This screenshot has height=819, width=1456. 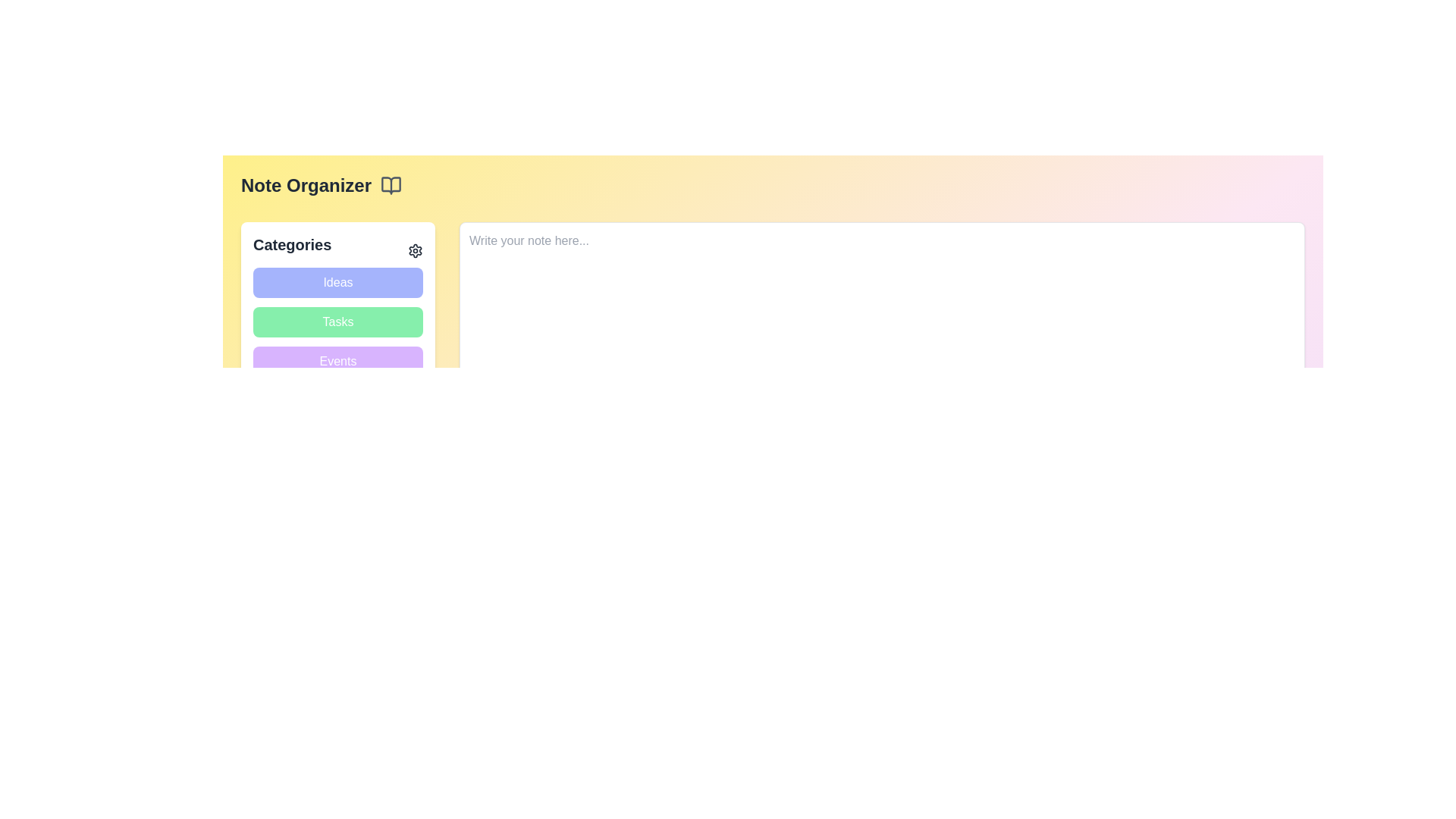 I want to click on the right page of the book icon, which is part of the 'Note Organizer' heading interface, so click(x=391, y=185).